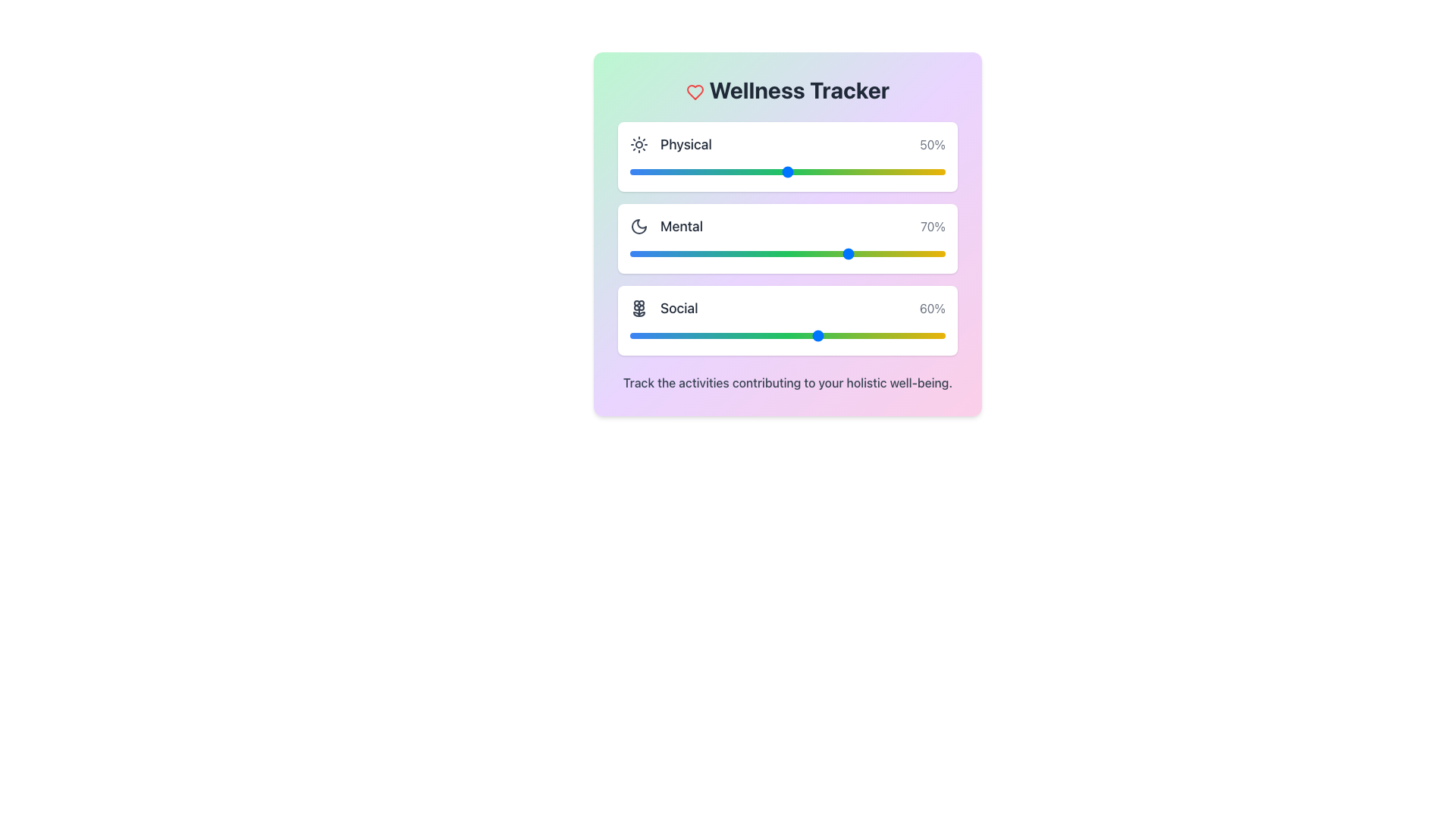 This screenshot has width=1456, height=819. What do you see at coordinates (639, 145) in the screenshot?
I see `the sun icon, which is a gray, slightly bold circular symbol with radial lines, located to the far left in the 'Physical' section of the 'Wellness Tracker' panel, next to the 'Physical' text label and above the progress bar` at bounding box center [639, 145].